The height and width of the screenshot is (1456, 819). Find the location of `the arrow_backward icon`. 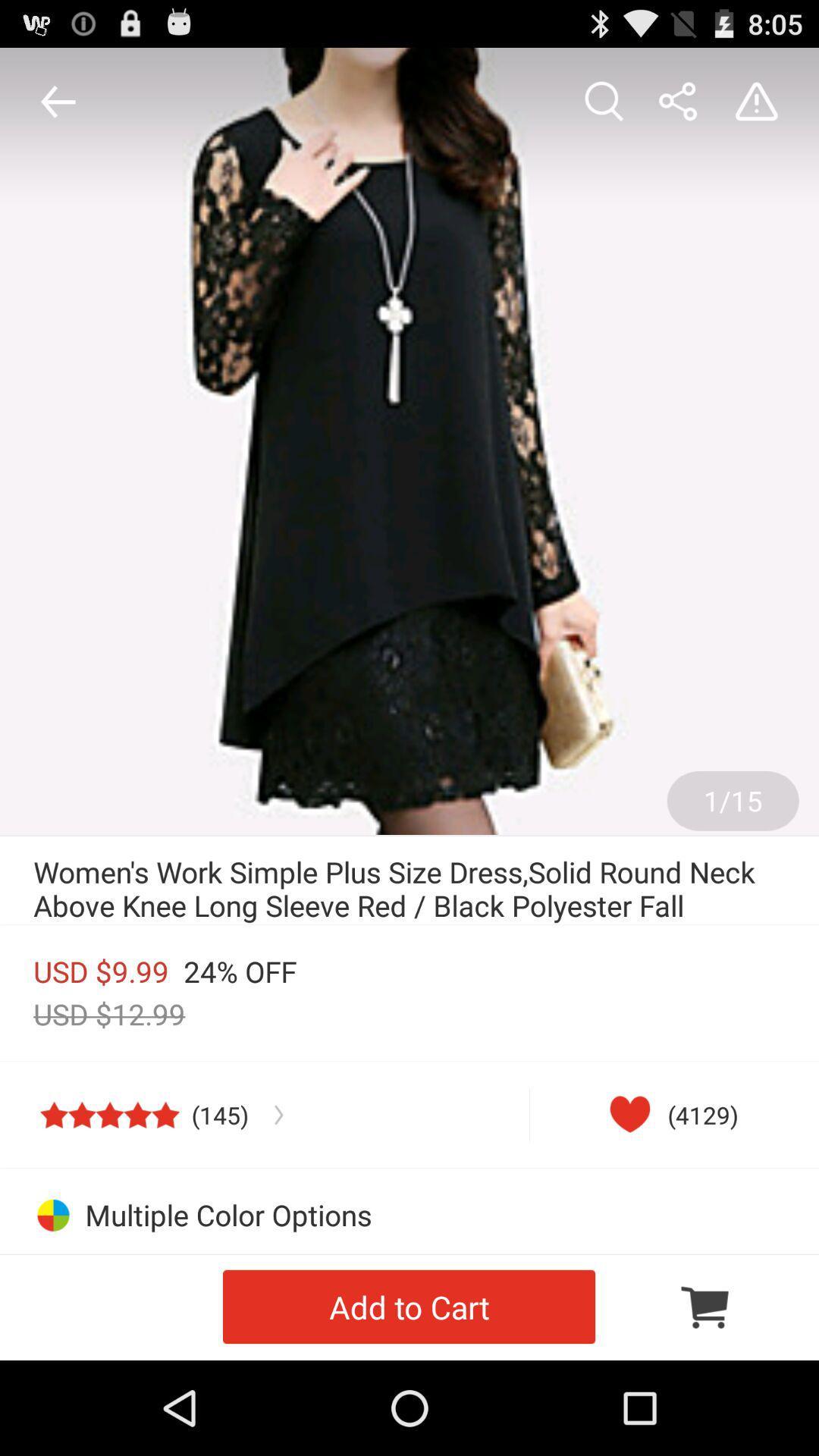

the arrow_backward icon is located at coordinates (53, 108).